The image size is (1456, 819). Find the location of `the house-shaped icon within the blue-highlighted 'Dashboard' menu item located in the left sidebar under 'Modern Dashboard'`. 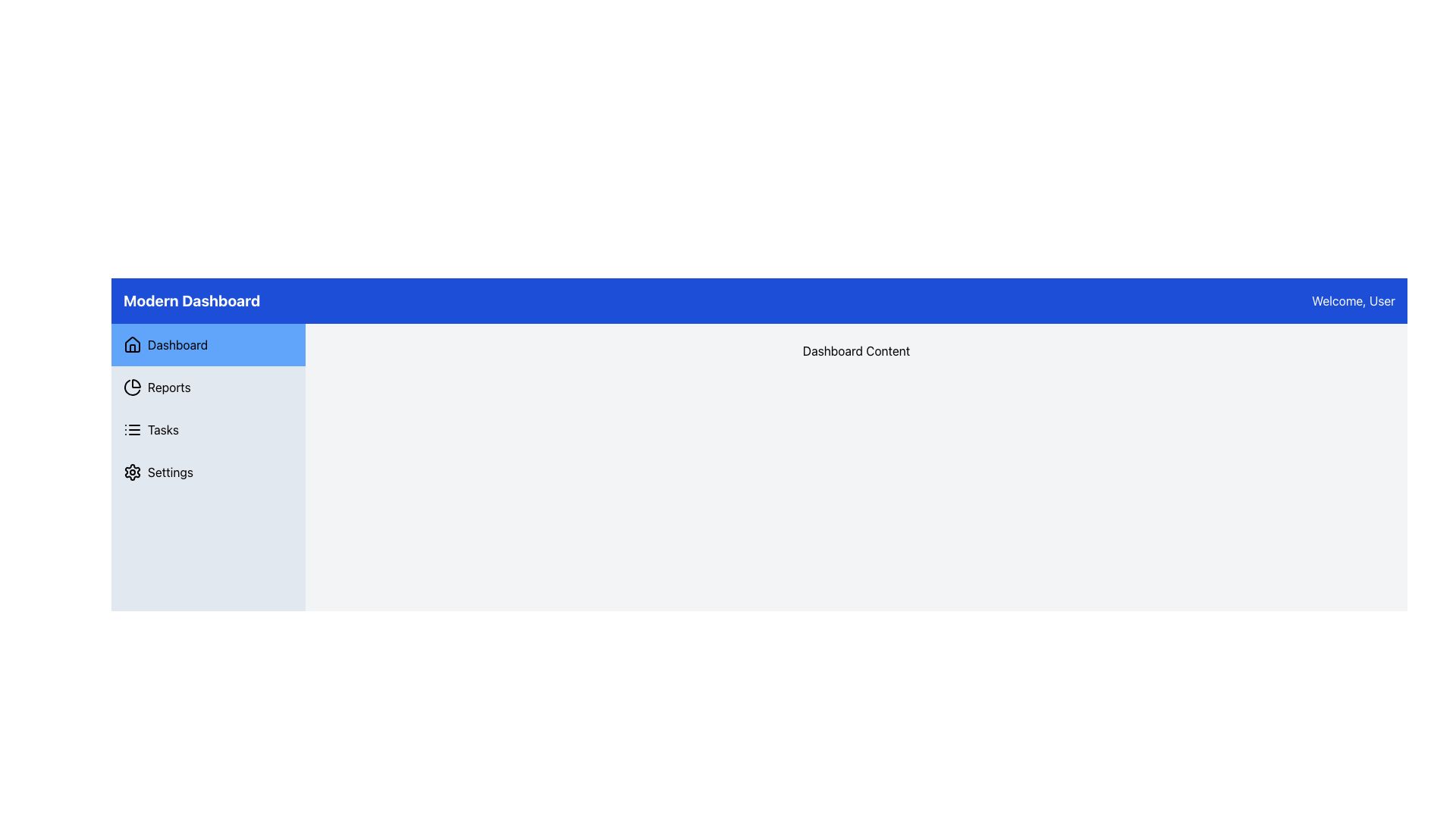

the house-shaped icon within the blue-highlighted 'Dashboard' menu item located in the left sidebar under 'Modern Dashboard' is located at coordinates (132, 344).